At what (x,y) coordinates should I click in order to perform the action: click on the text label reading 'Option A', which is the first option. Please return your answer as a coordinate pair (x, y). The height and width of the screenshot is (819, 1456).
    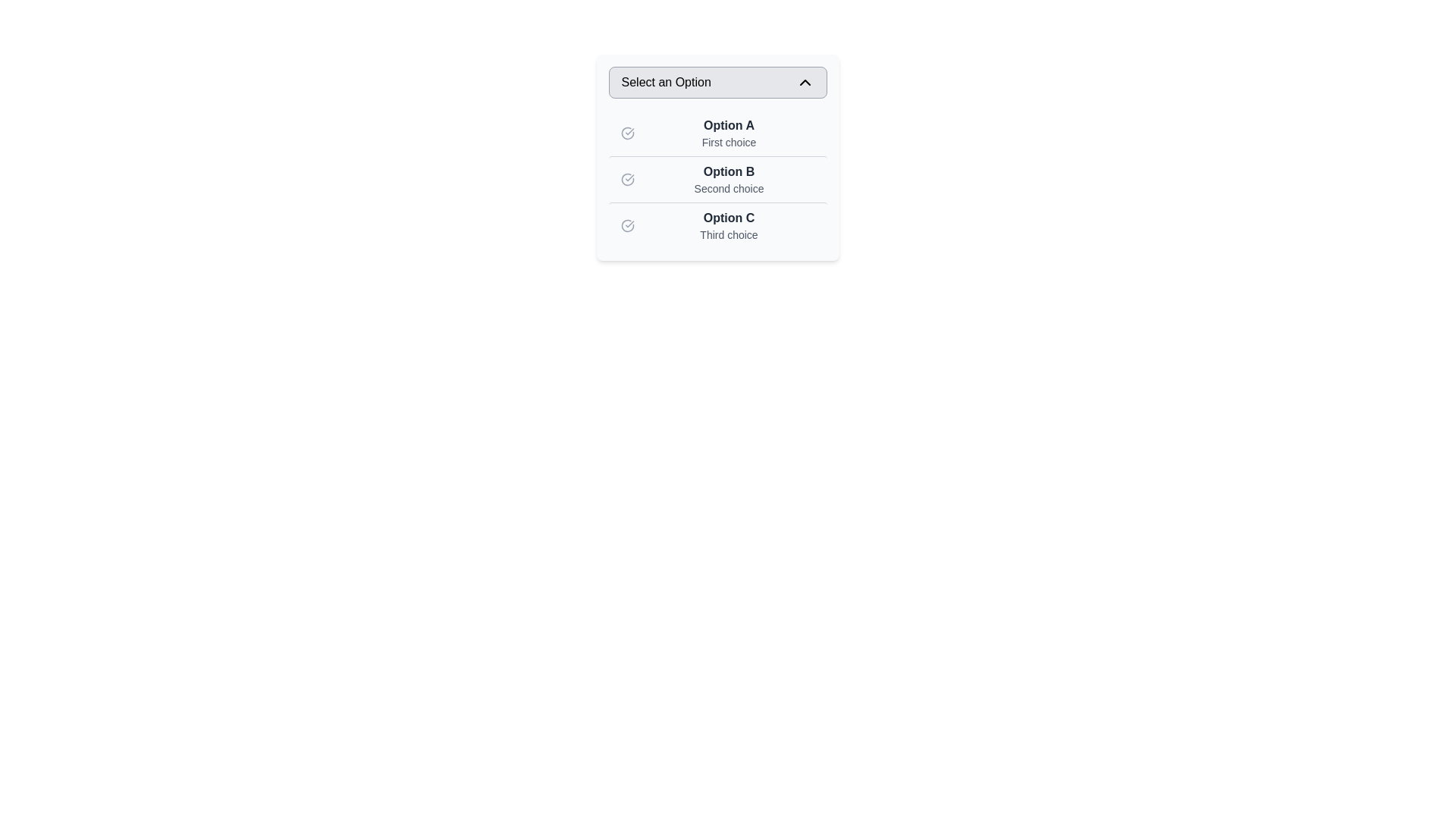
    Looking at the image, I should click on (729, 124).